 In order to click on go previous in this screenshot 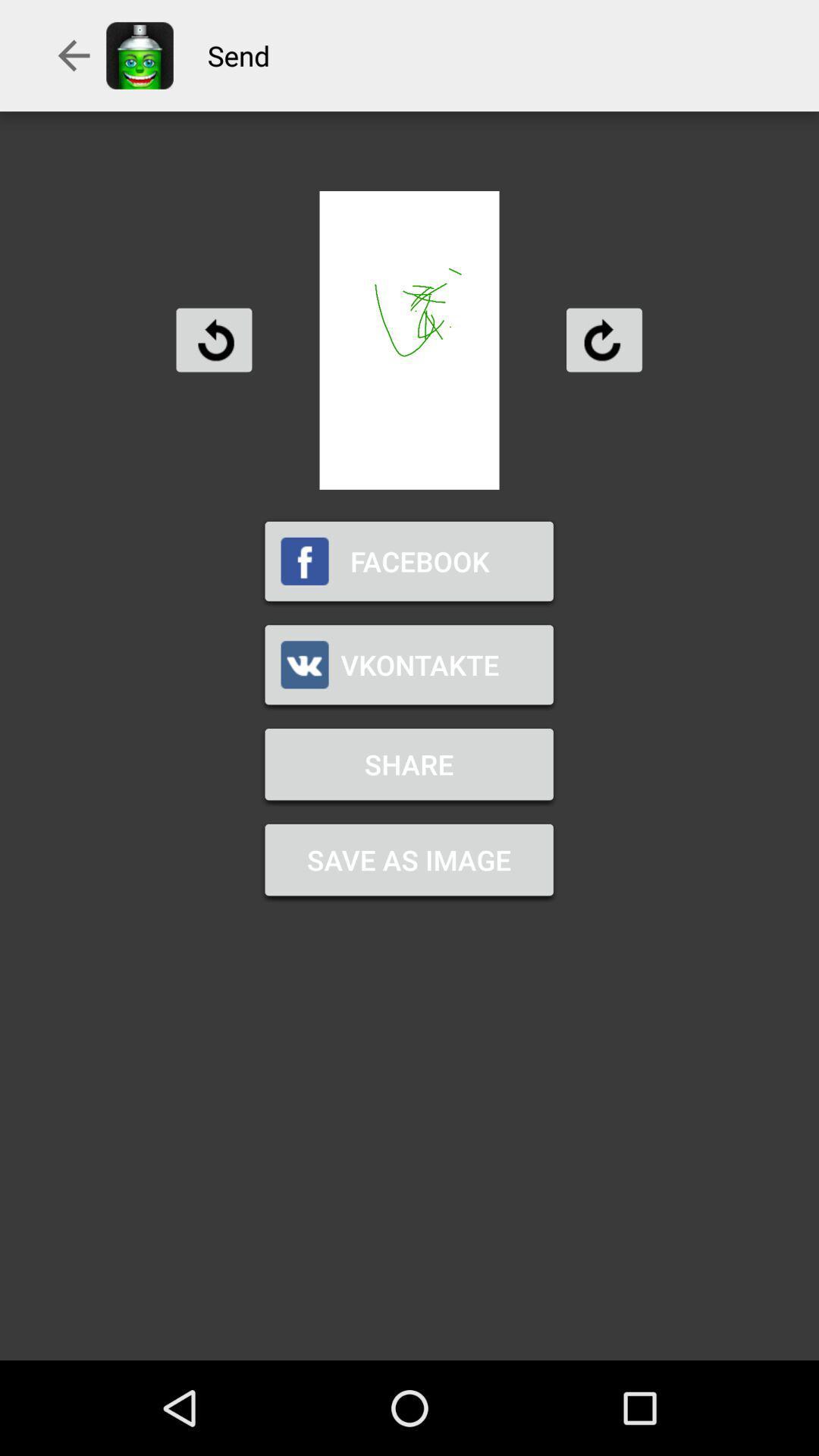, I will do `click(214, 339)`.